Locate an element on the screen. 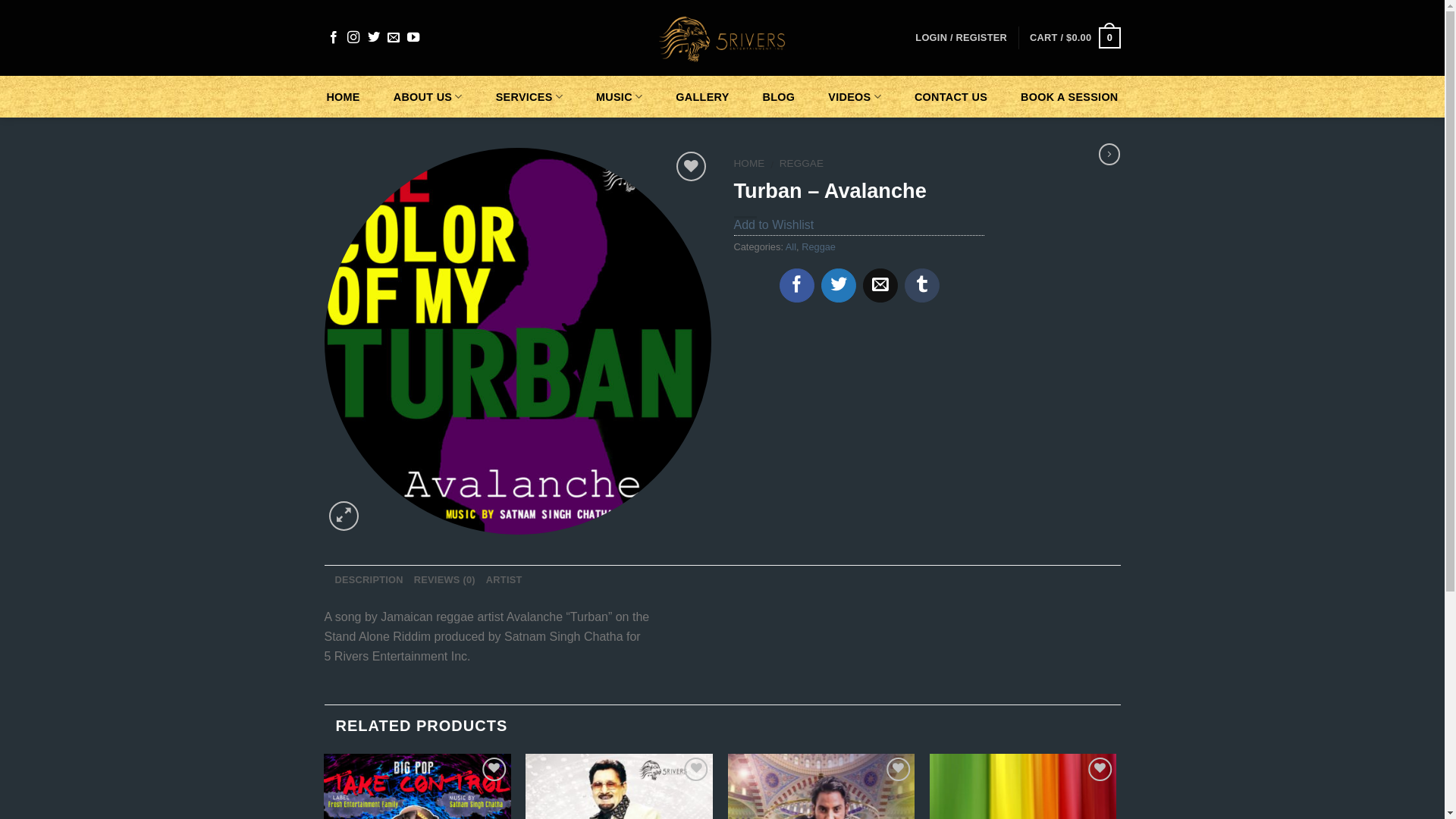 The height and width of the screenshot is (819, 1456). 'CART / $0.00 is located at coordinates (1074, 37).